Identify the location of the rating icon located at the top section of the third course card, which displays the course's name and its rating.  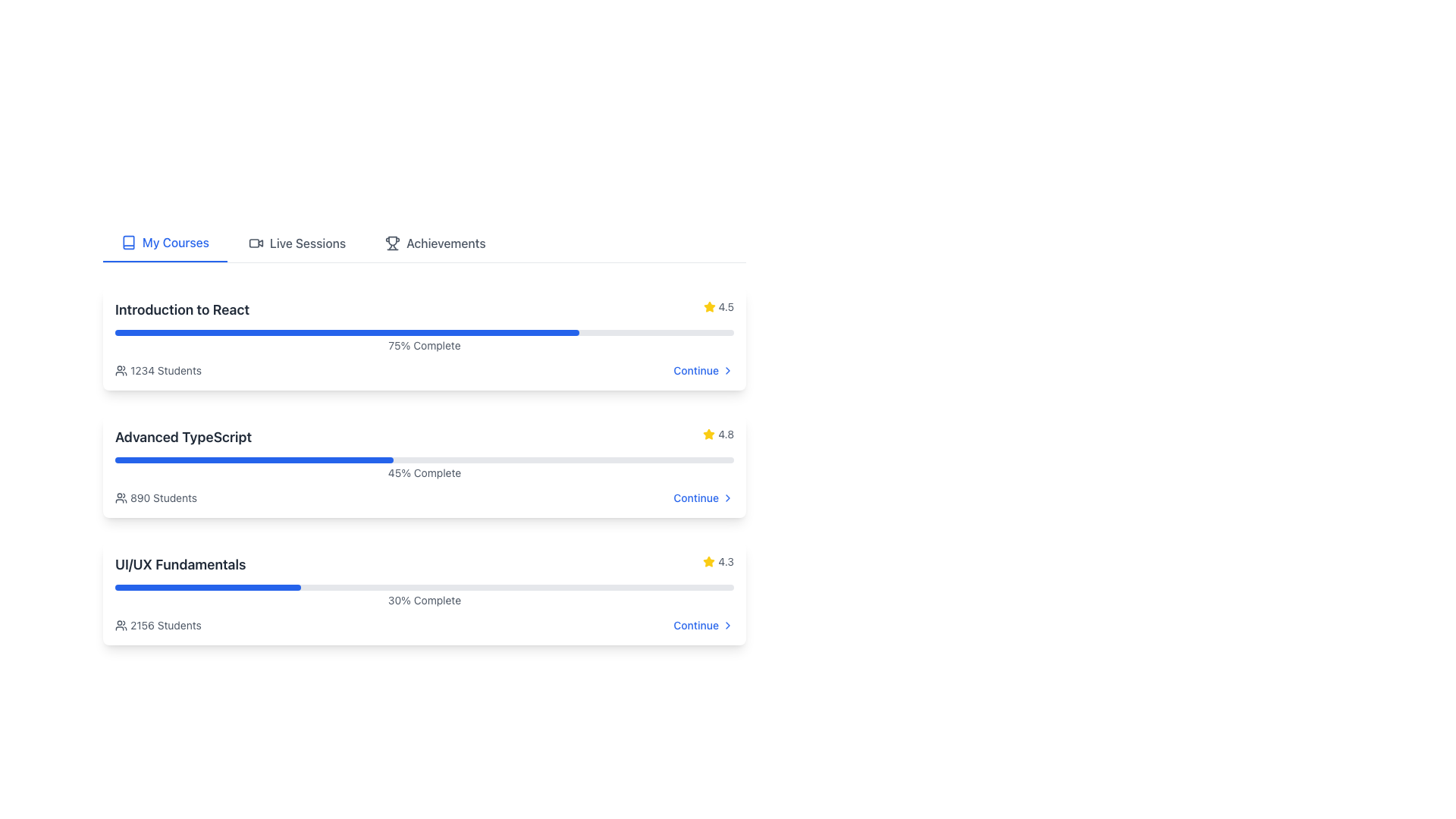
(425, 564).